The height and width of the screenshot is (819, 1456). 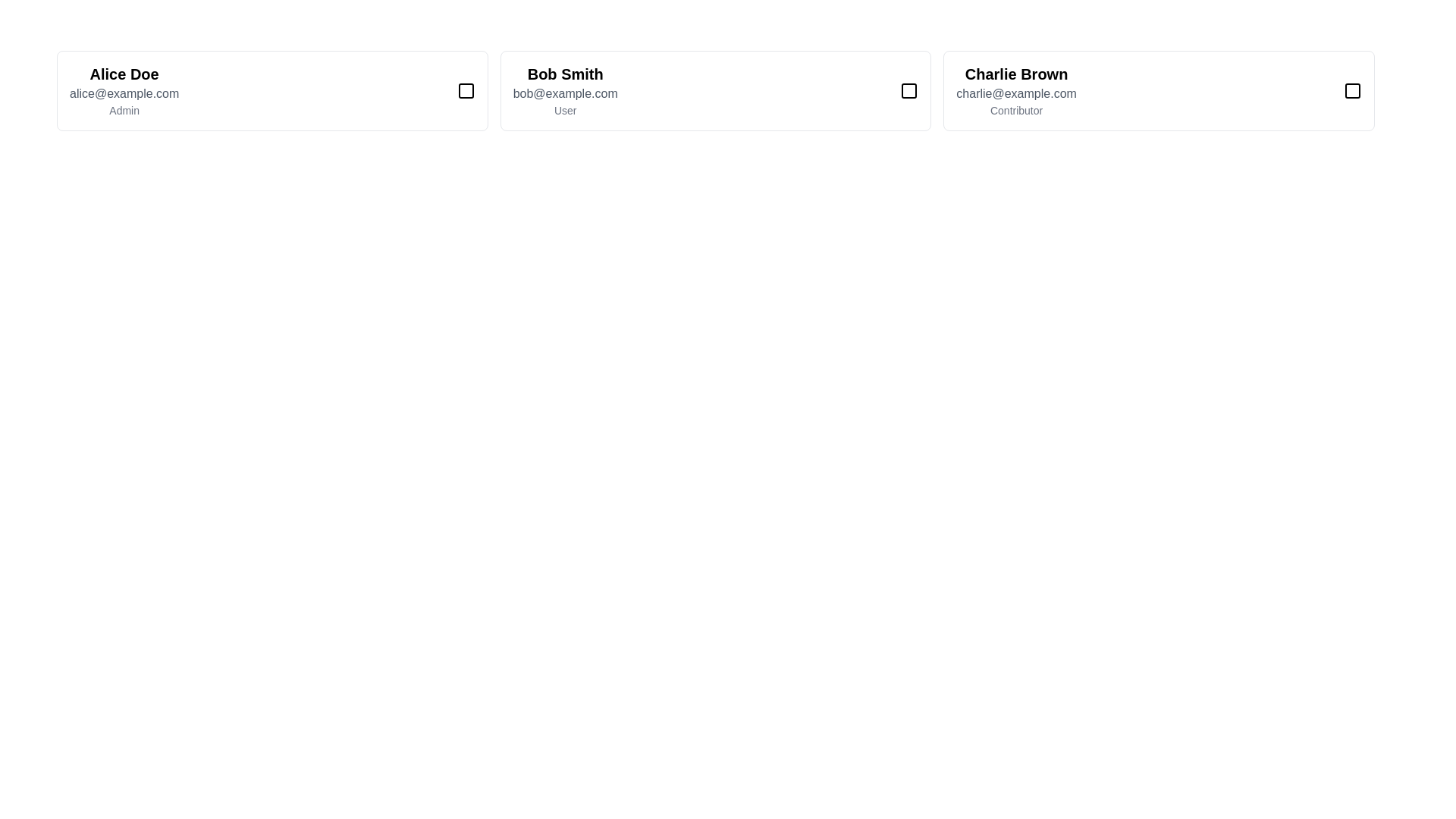 What do you see at coordinates (1016, 74) in the screenshot?
I see `the Text Display element that shows the name 'Charlie Brown' in bold, large font` at bounding box center [1016, 74].